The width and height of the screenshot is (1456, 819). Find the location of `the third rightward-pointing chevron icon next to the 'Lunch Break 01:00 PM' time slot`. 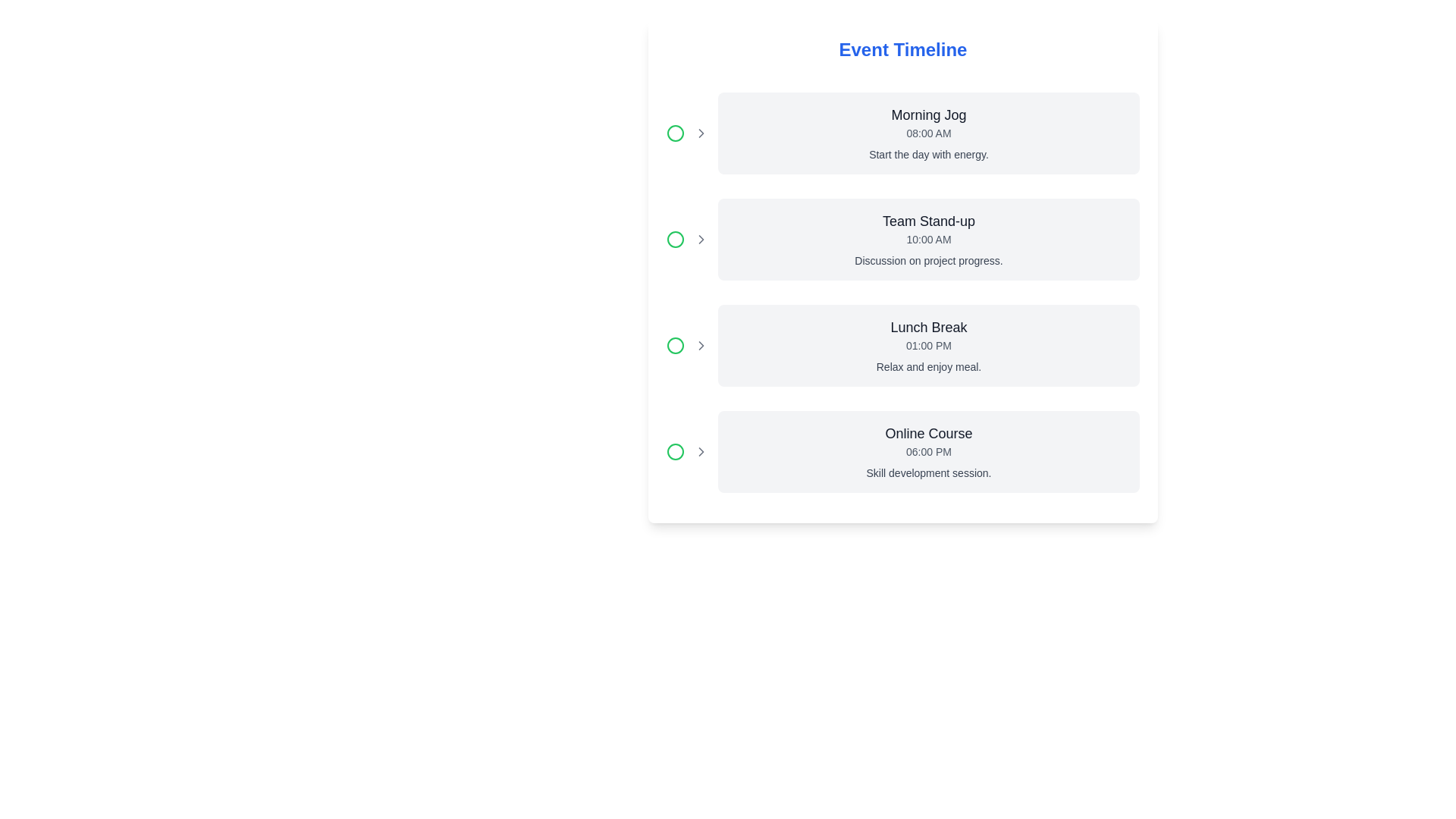

the third rightward-pointing chevron icon next to the 'Lunch Break 01:00 PM' time slot is located at coordinates (701, 345).